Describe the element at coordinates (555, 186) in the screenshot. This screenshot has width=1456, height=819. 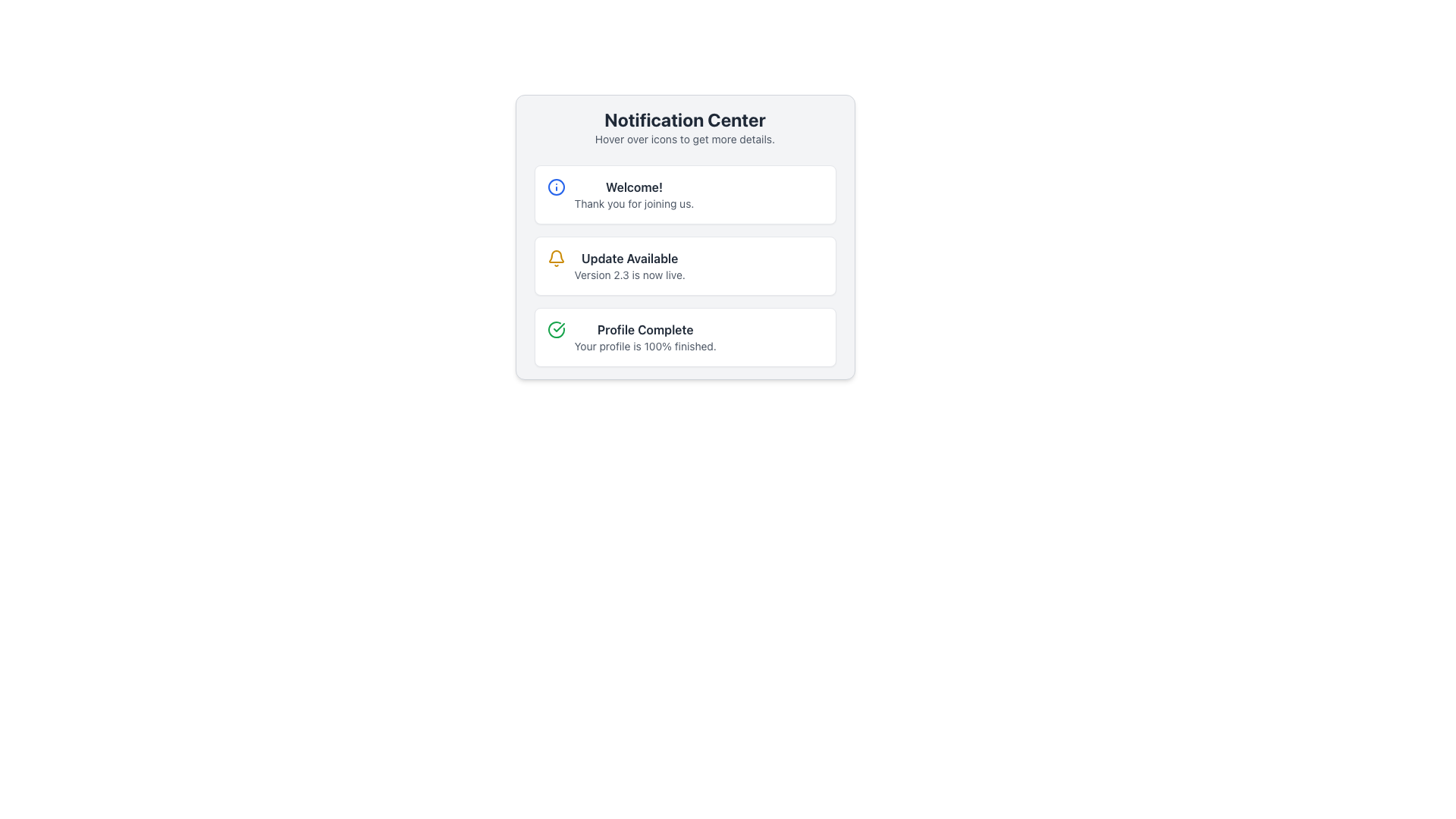
I see `the blue circular icon element within the SVG, located to the left of the 'Welcome!' notification` at that location.